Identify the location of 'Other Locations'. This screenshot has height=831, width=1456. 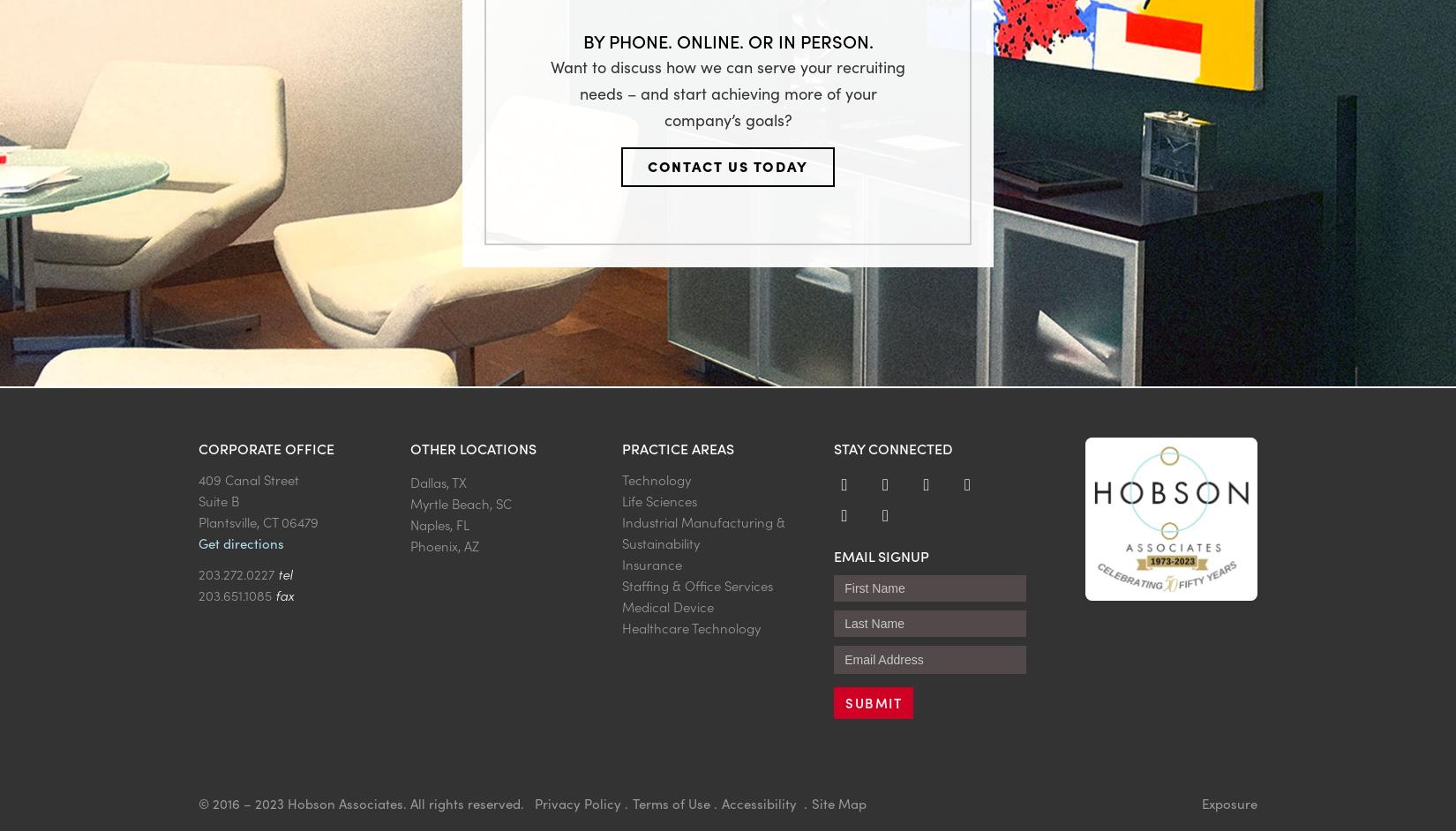
(409, 448).